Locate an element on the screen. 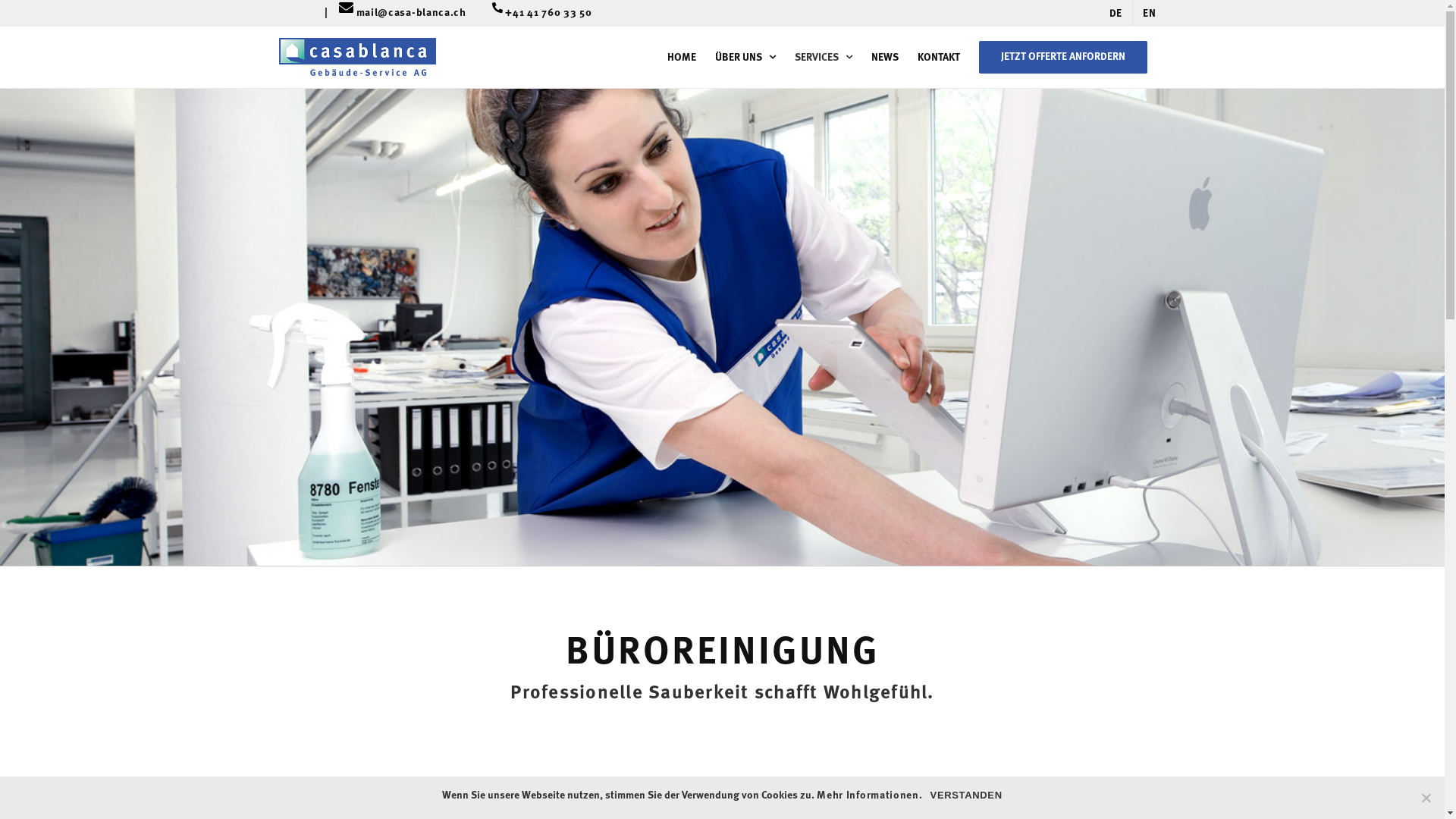 This screenshot has width=1456, height=819. 'No' is located at coordinates (1425, 797).